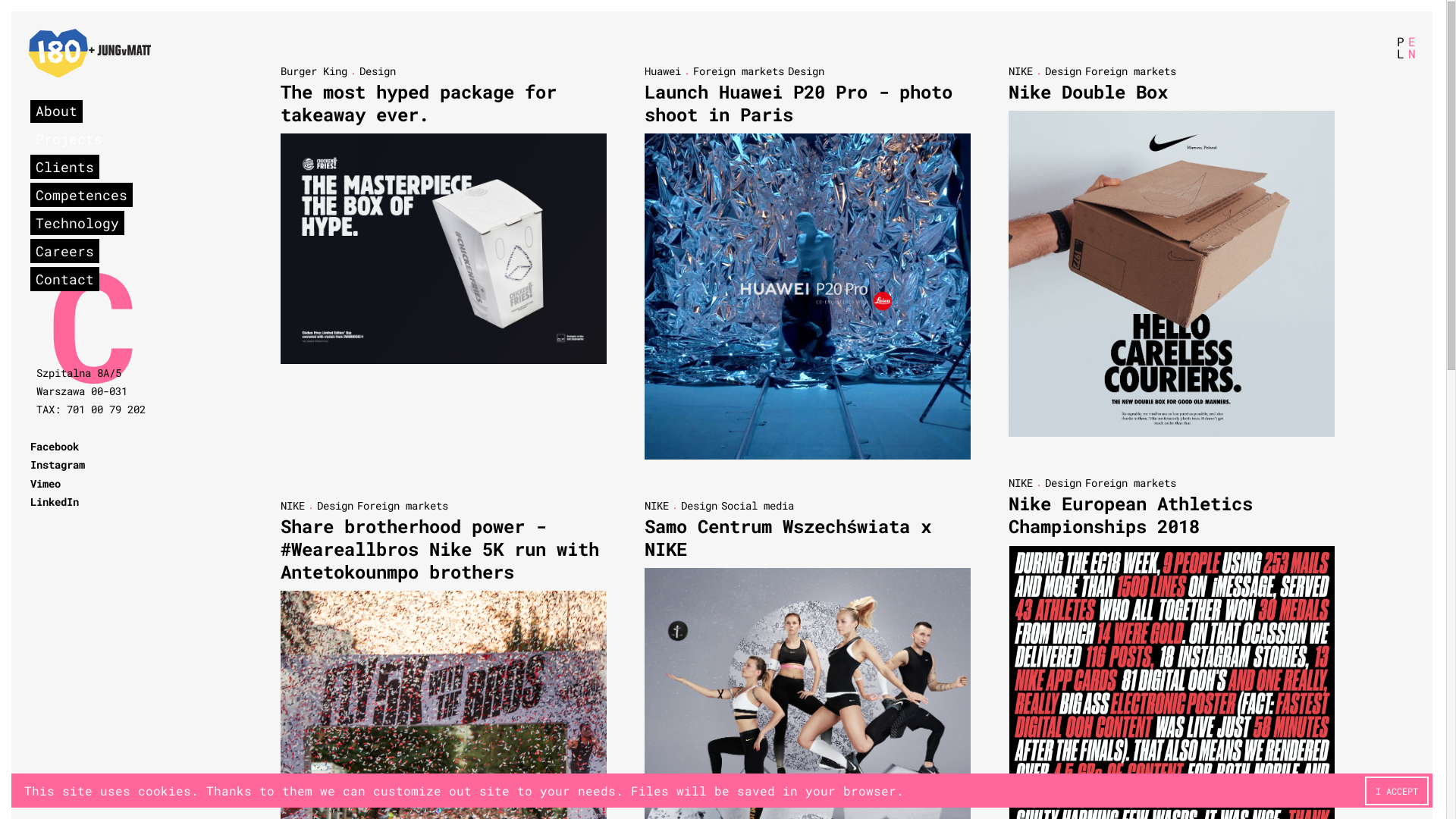  What do you see at coordinates (1131, 516) in the screenshot?
I see `'Nike European Athletics Championships 2018'` at bounding box center [1131, 516].